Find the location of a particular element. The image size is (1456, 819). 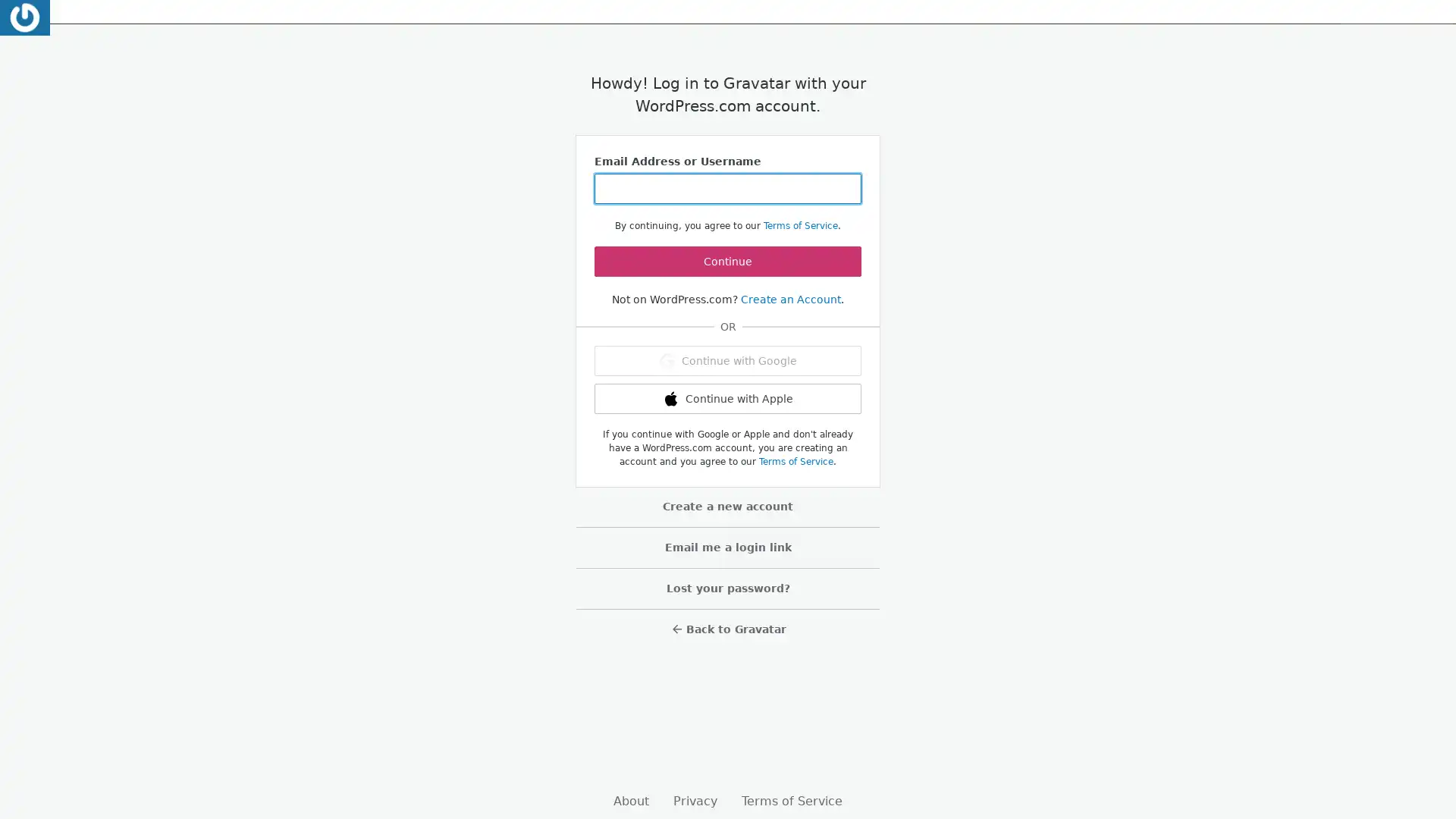

Continue with Google is located at coordinates (728, 360).